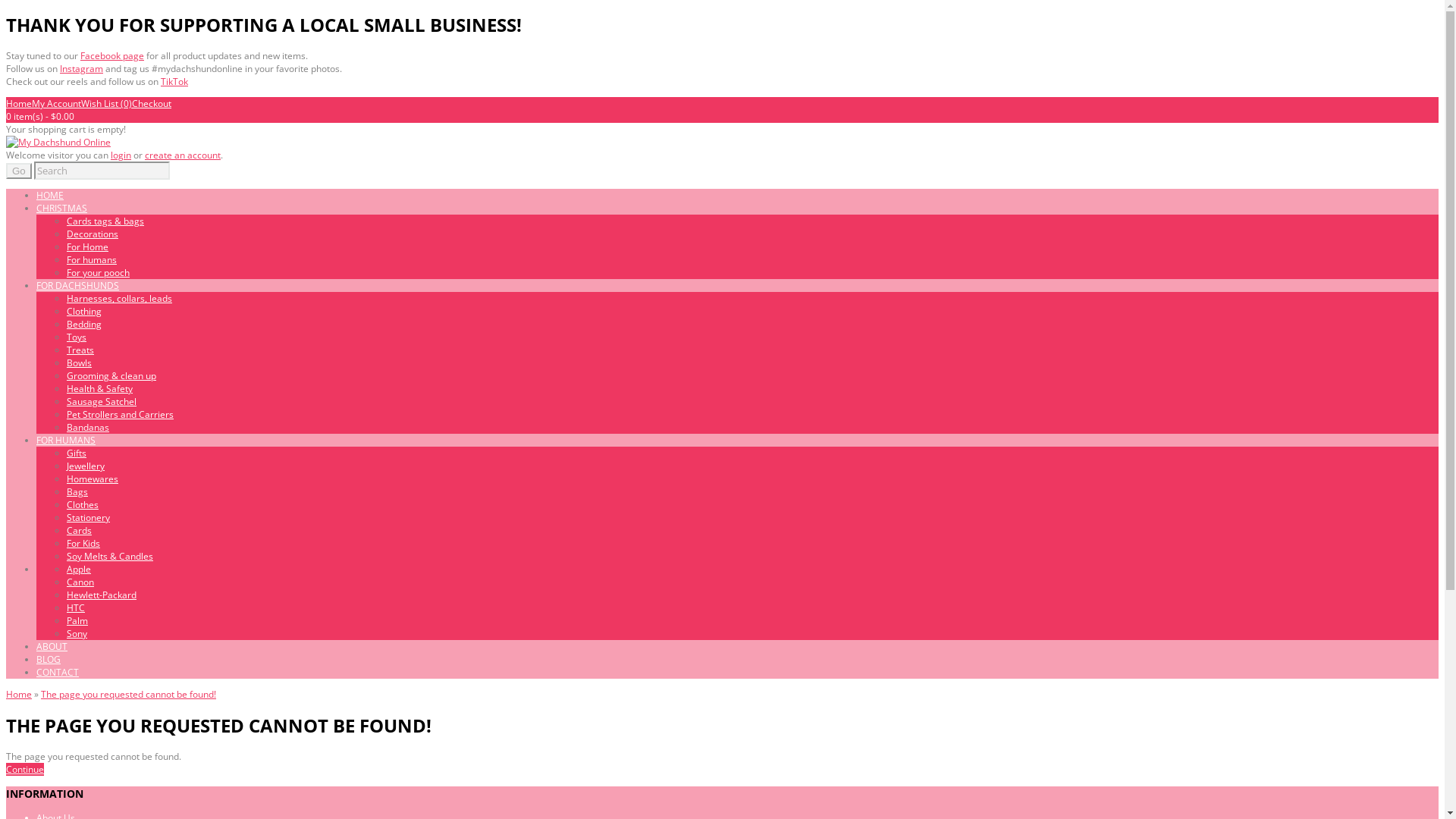  What do you see at coordinates (76, 633) in the screenshot?
I see `'Sony'` at bounding box center [76, 633].